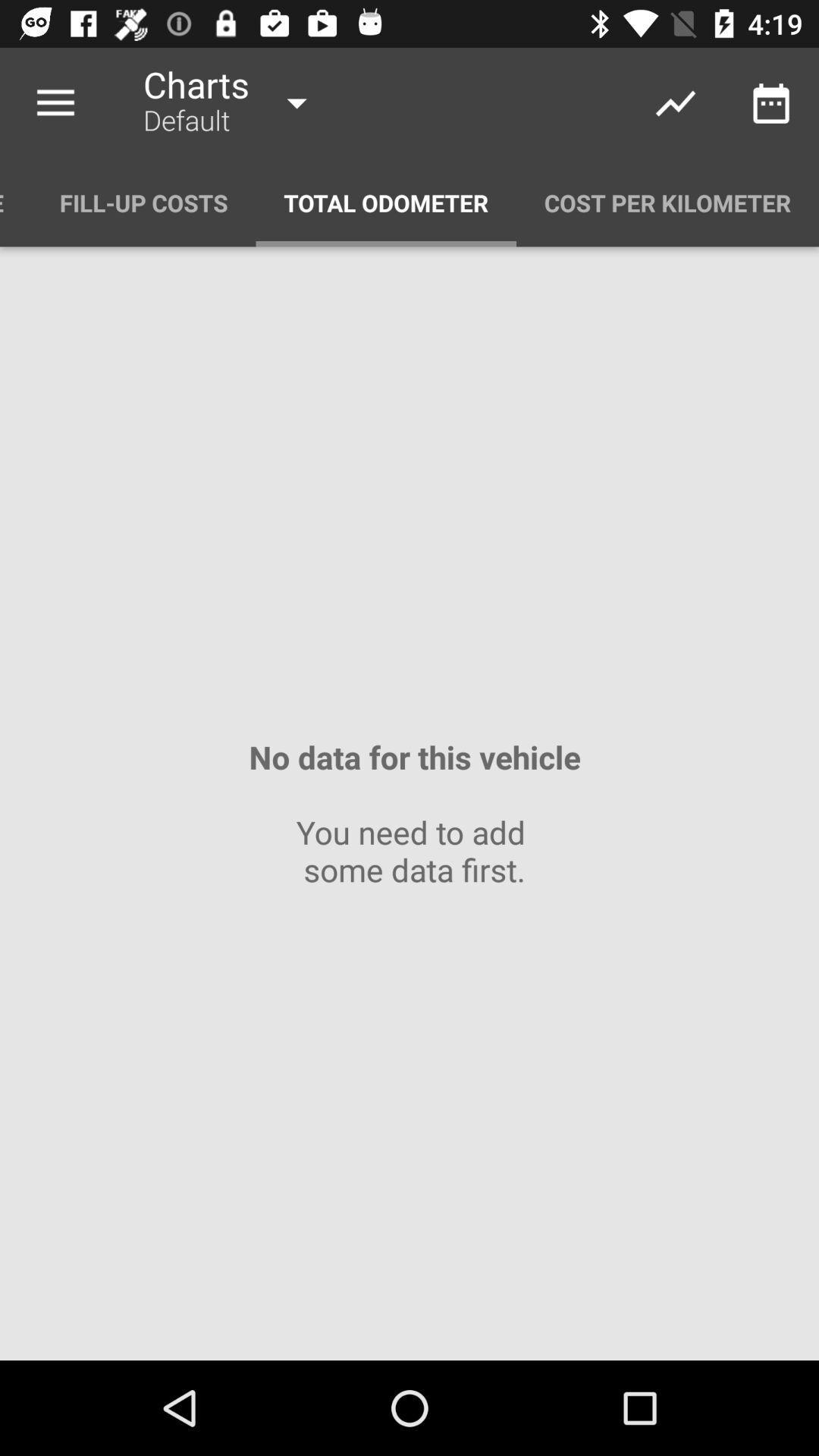 This screenshot has width=819, height=1456. Describe the element at coordinates (771, 102) in the screenshot. I see `item above the cost per kilometer` at that location.